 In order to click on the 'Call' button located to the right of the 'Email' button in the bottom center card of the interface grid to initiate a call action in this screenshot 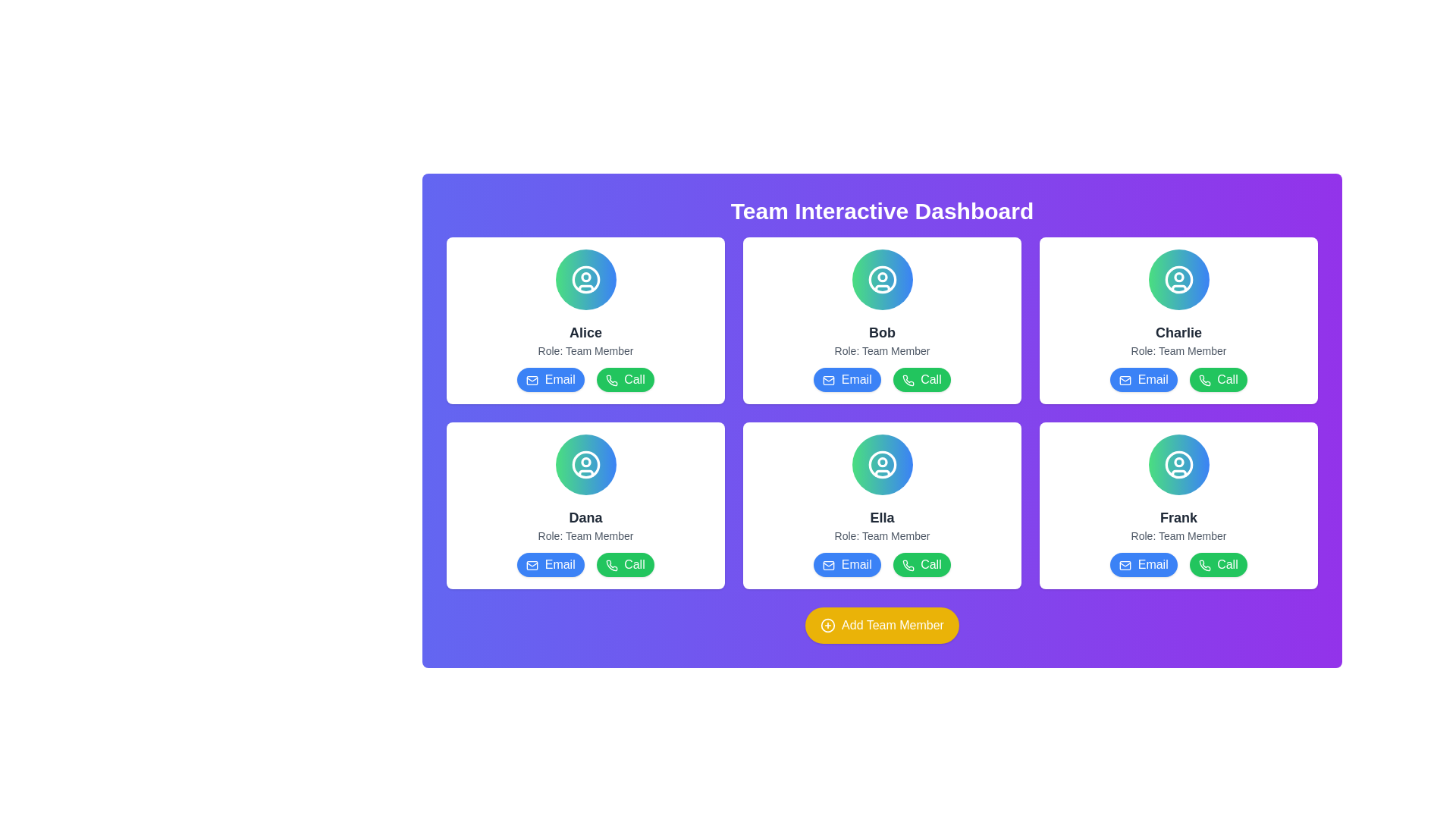, I will do `click(921, 564)`.